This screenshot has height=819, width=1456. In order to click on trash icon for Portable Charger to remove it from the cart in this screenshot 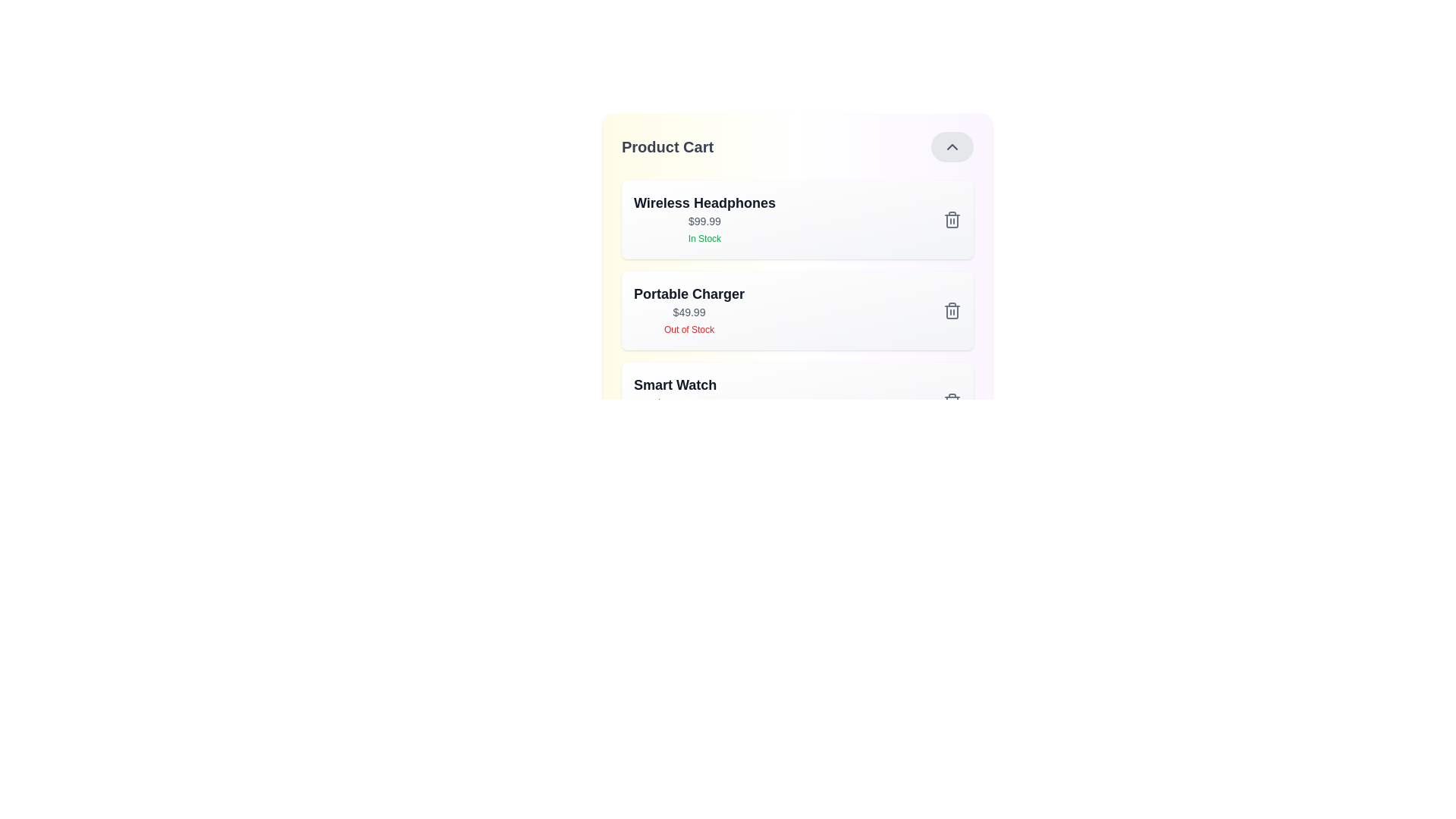, I will do `click(952, 309)`.